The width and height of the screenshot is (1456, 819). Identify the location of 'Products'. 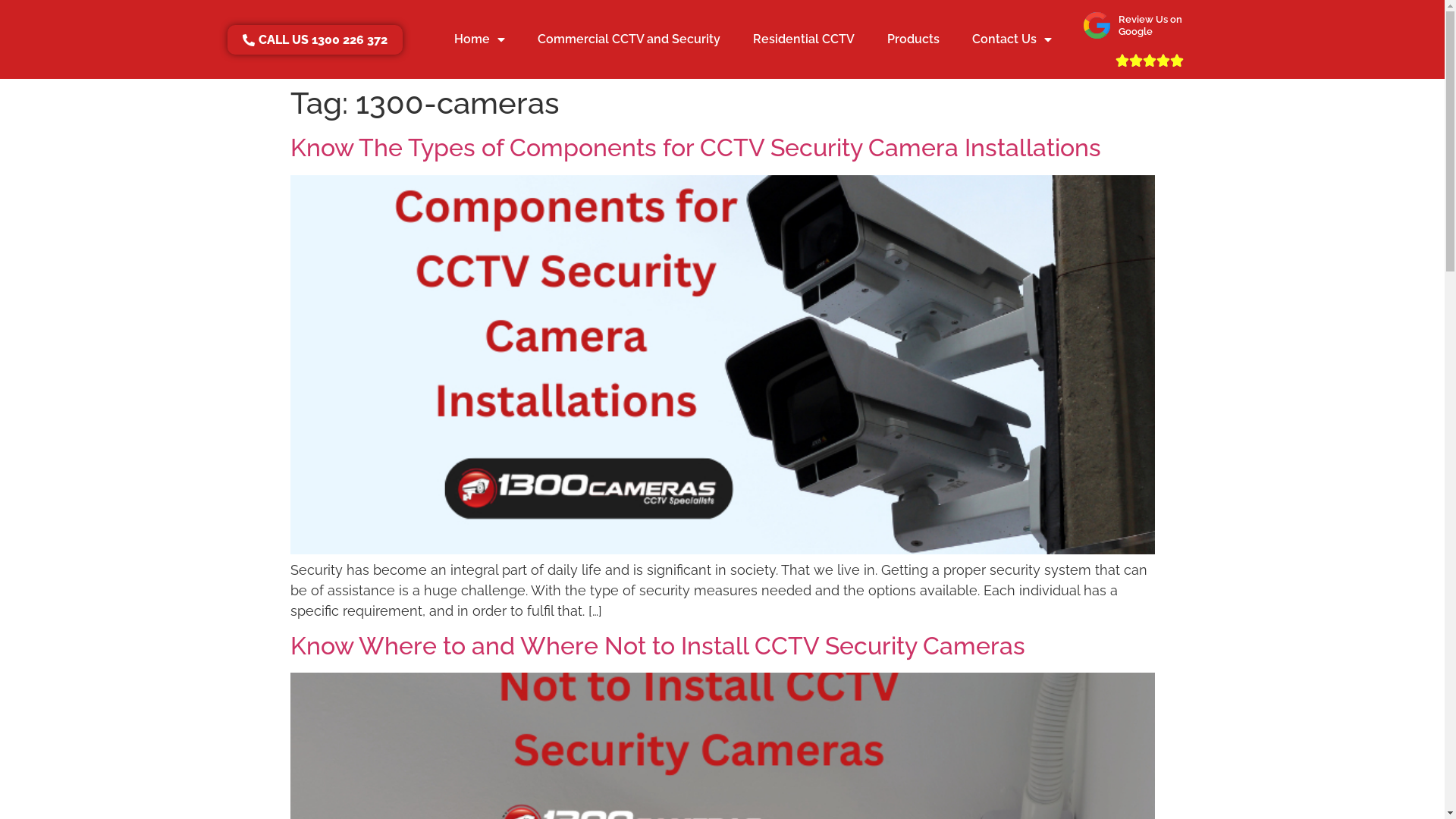
(912, 38).